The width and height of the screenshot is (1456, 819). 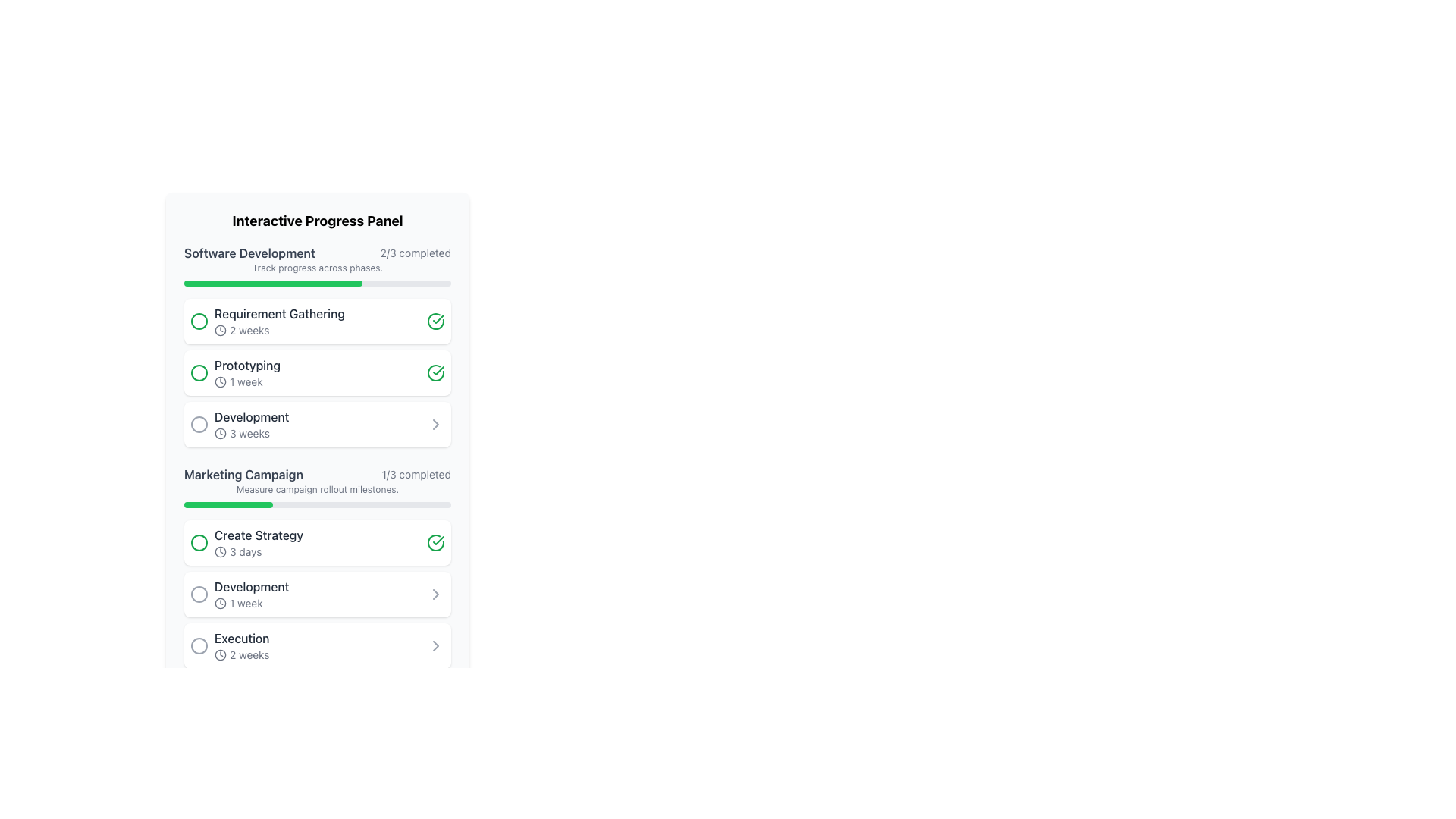 I want to click on the interactive icon located within the 'Development' button, so click(x=435, y=646).